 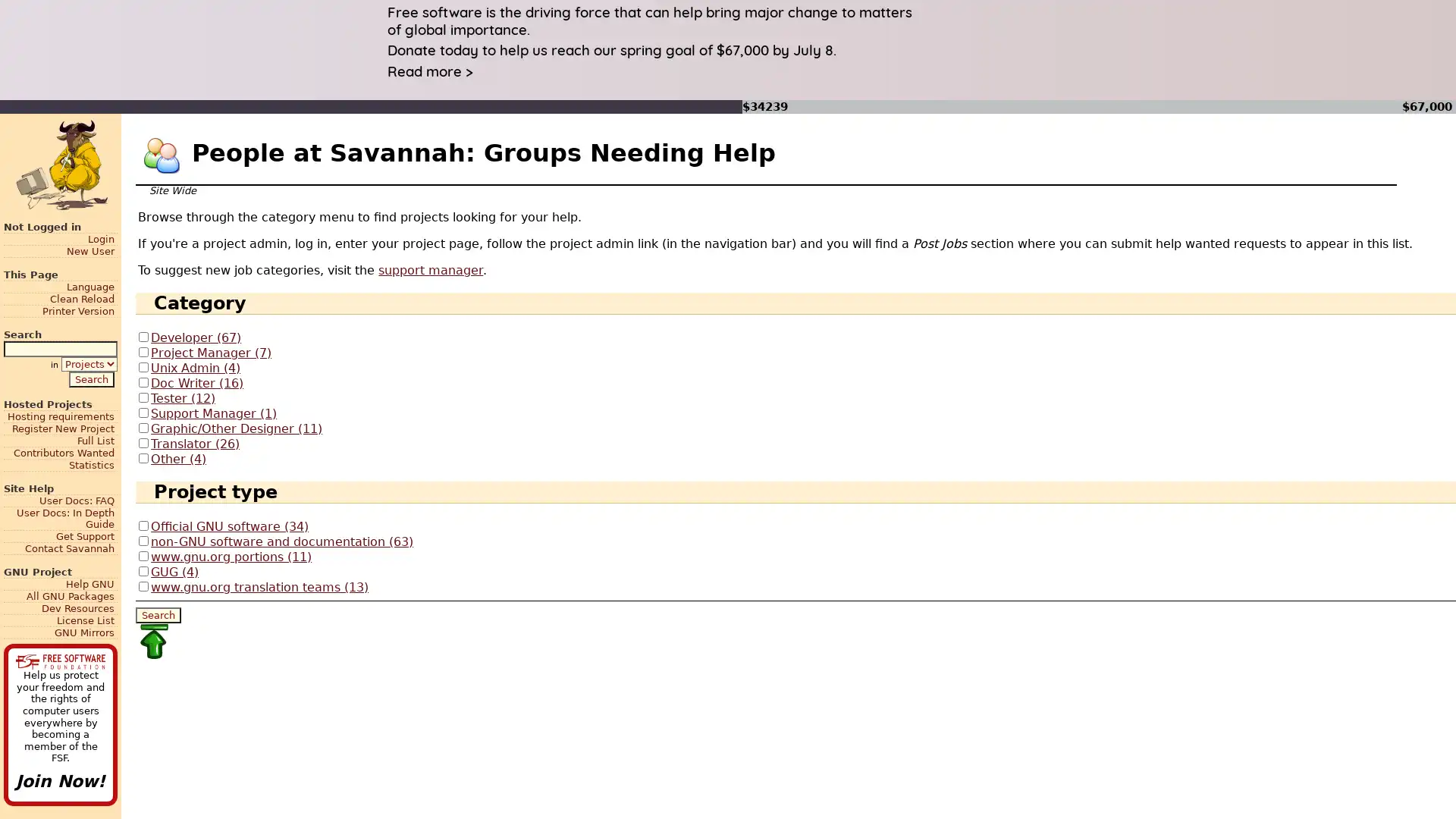 I want to click on Search, so click(x=90, y=378).